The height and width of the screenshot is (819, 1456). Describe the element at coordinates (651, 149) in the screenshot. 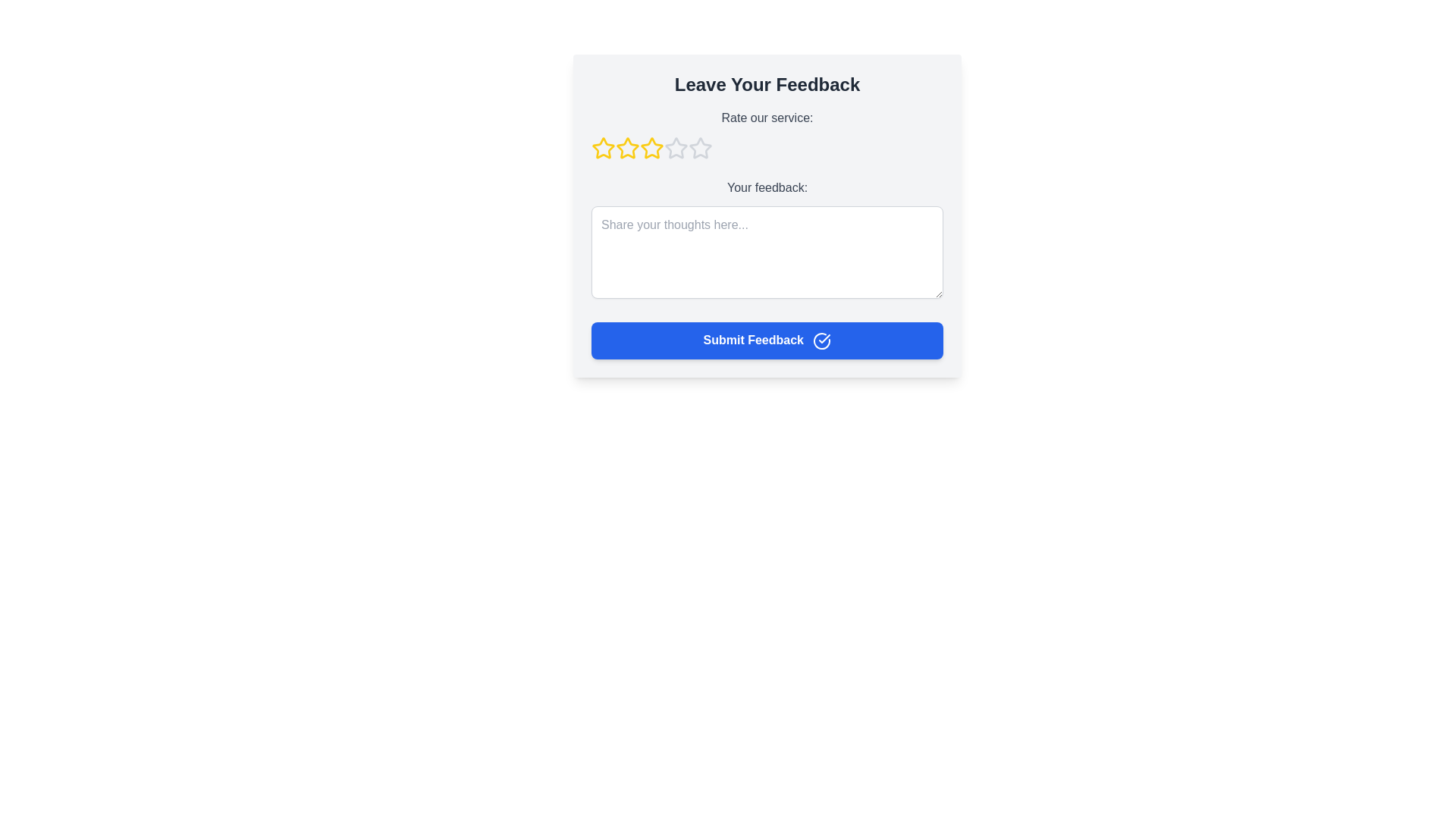

I see `the fourth yellow star in the rating system` at that location.